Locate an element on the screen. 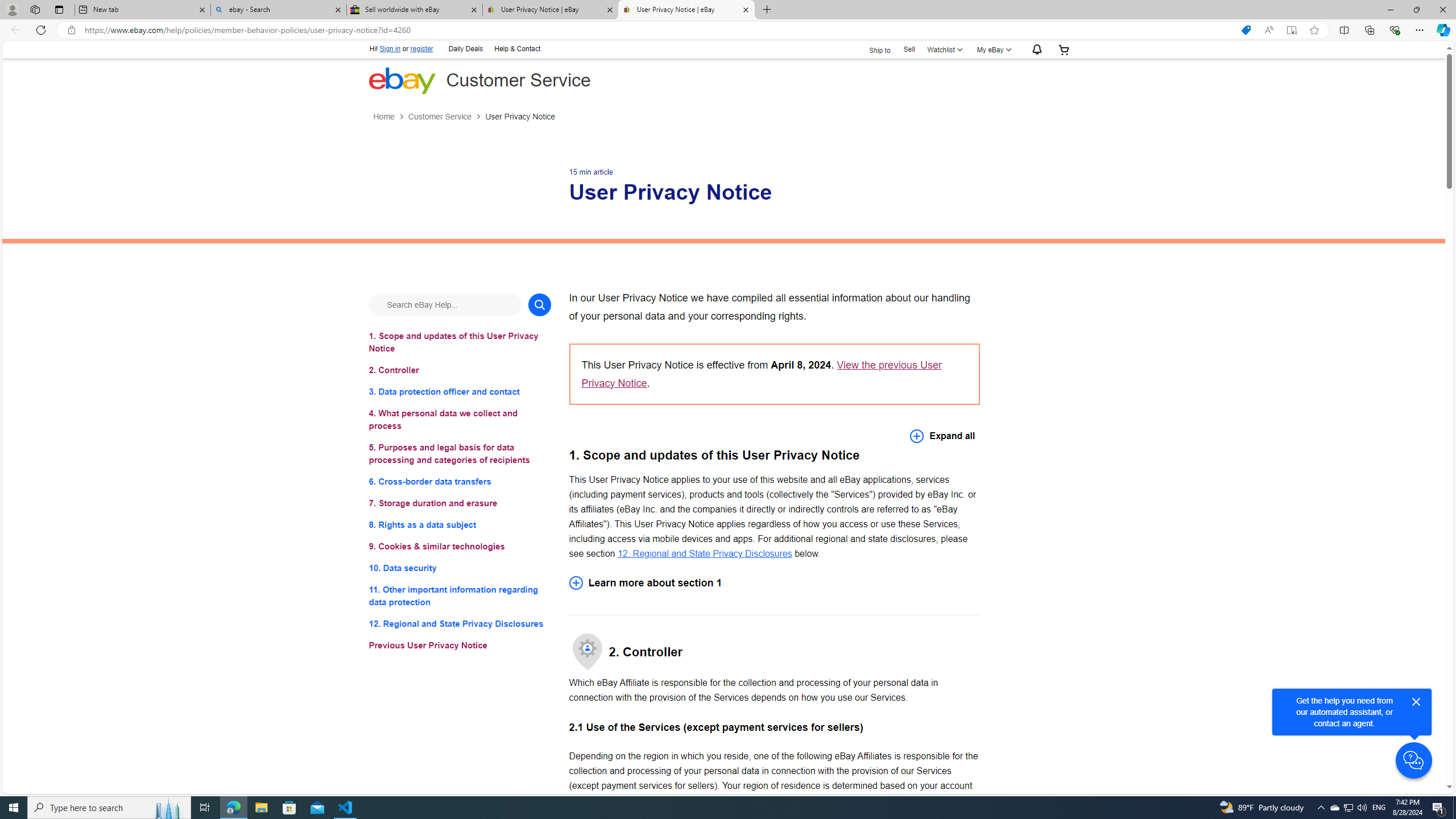 The height and width of the screenshot is (819, 1456). 'Expand all' is located at coordinates (942, 435).